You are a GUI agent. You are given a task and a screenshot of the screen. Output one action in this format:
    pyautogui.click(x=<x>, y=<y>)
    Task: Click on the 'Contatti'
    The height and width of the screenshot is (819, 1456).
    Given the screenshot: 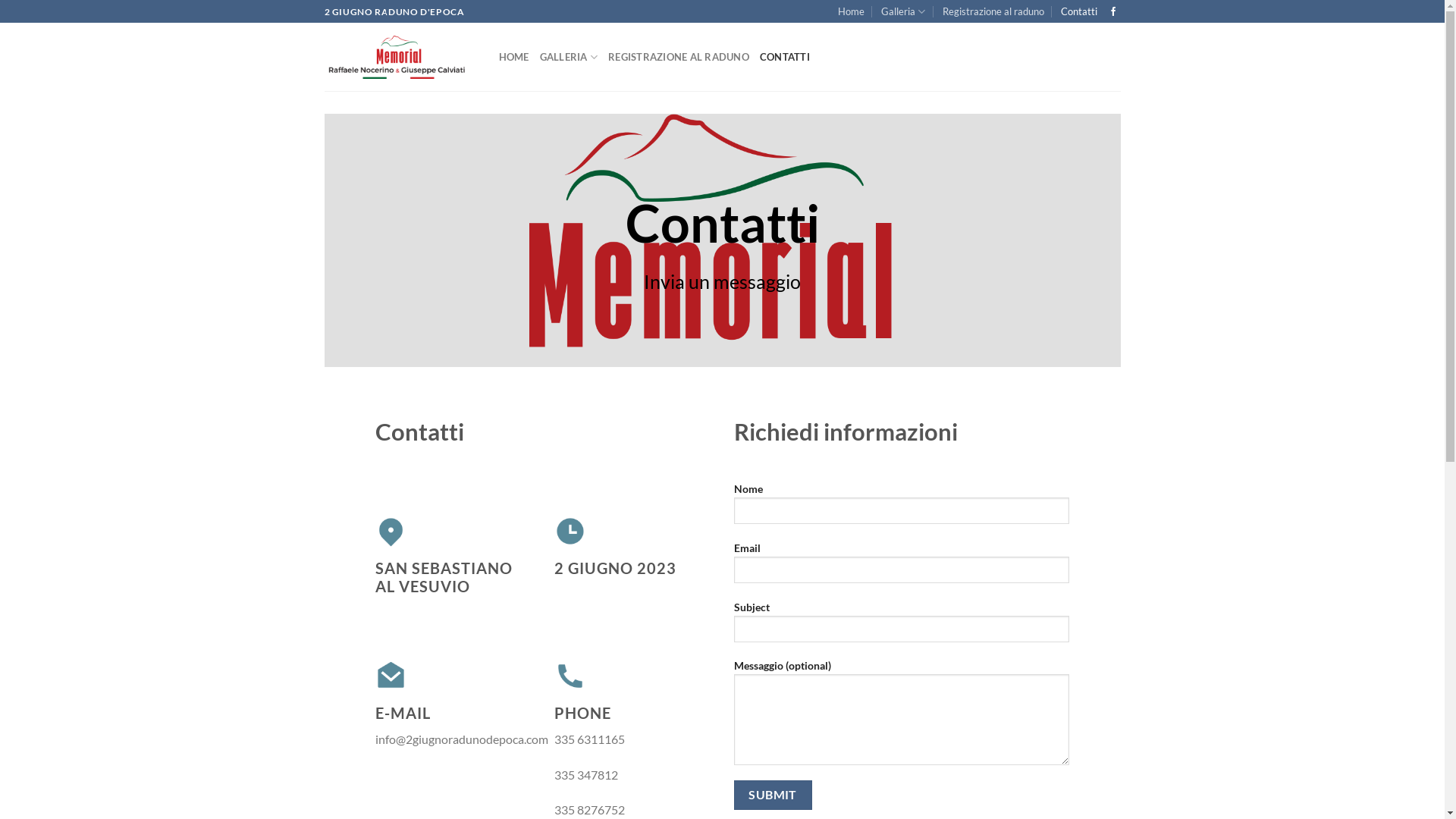 What is the action you would take?
    pyautogui.click(x=1078, y=11)
    